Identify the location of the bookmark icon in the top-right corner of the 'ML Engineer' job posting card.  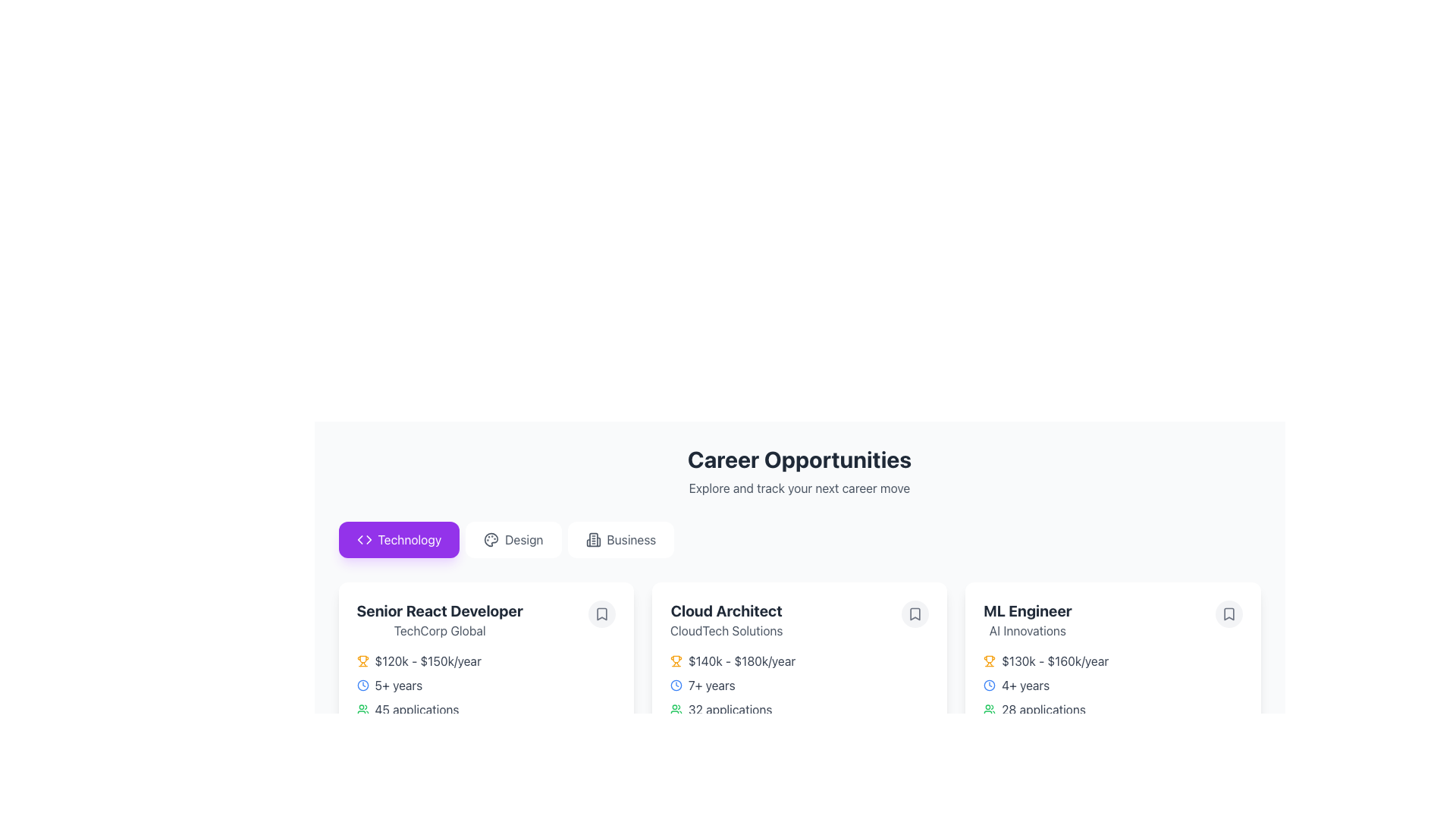
(1228, 614).